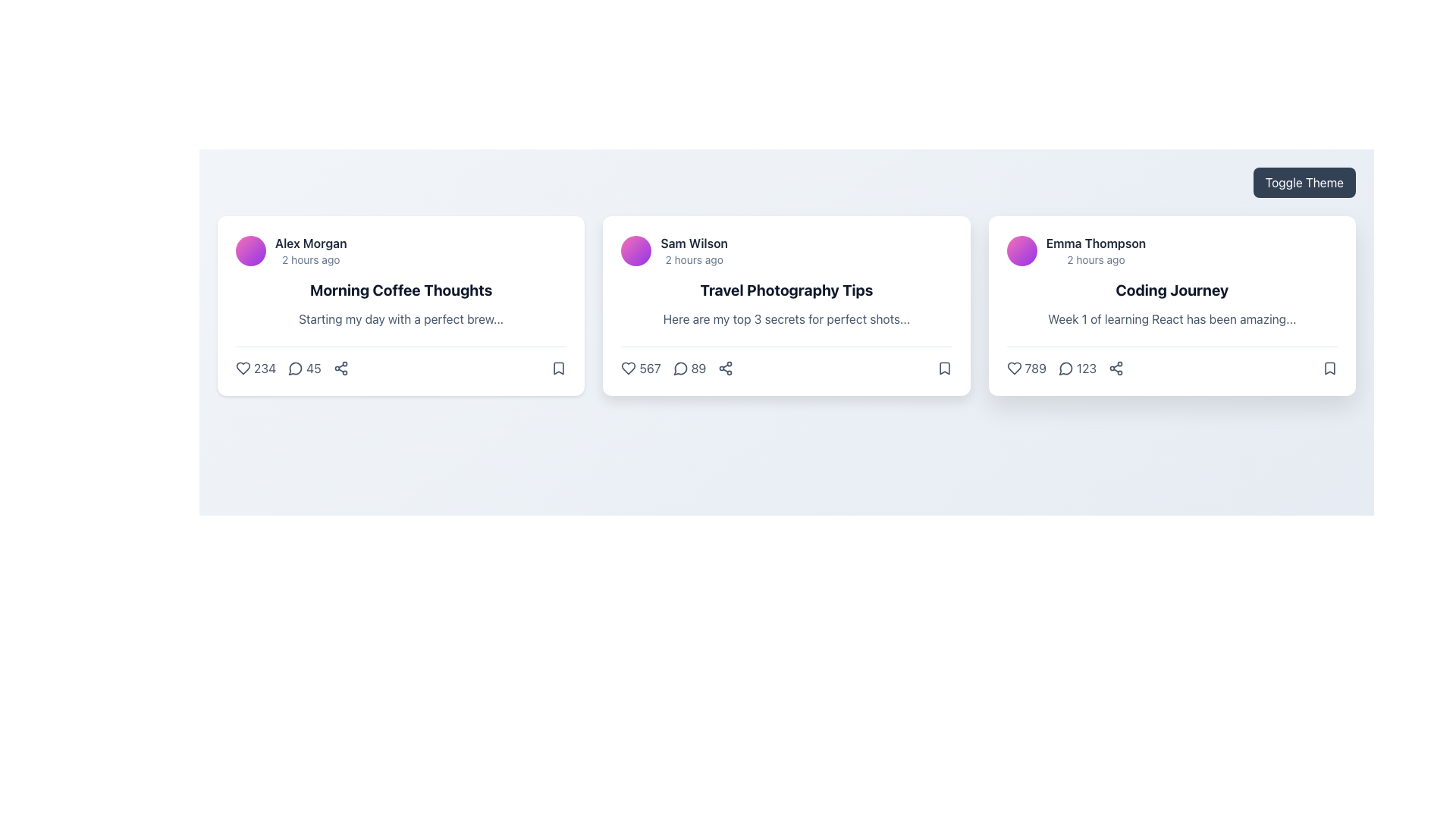 The image size is (1456, 819). I want to click on the text label displaying the number '123' alongside a speech bubble icon, so click(1064, 369).